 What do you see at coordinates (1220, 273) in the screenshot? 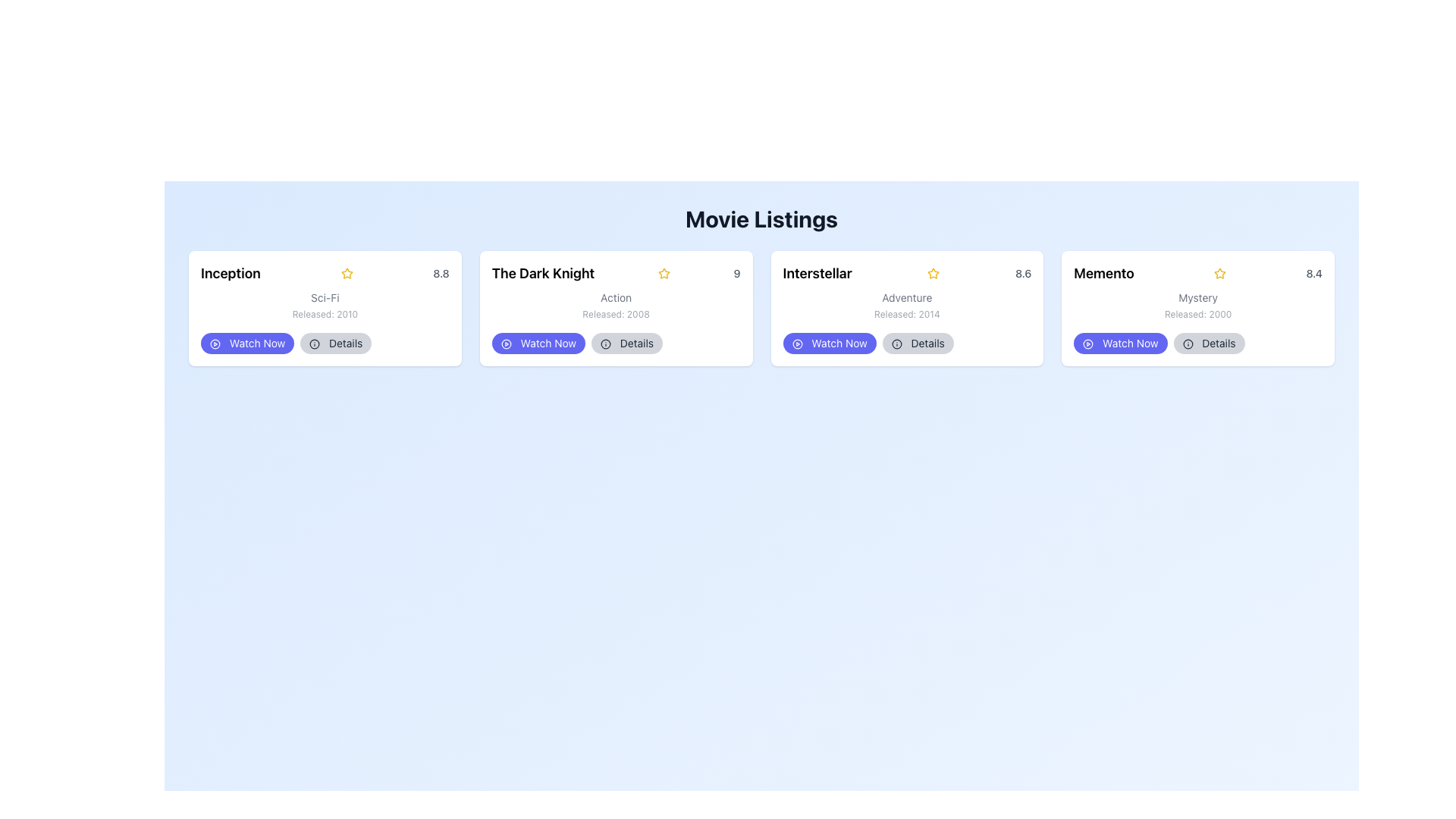
I see `the star-shaped golden-yellow icon indicating a favorite or rating for the movie 'Memento', positioned in the top-right section of the listing card` at bounding box center [1220, 273].